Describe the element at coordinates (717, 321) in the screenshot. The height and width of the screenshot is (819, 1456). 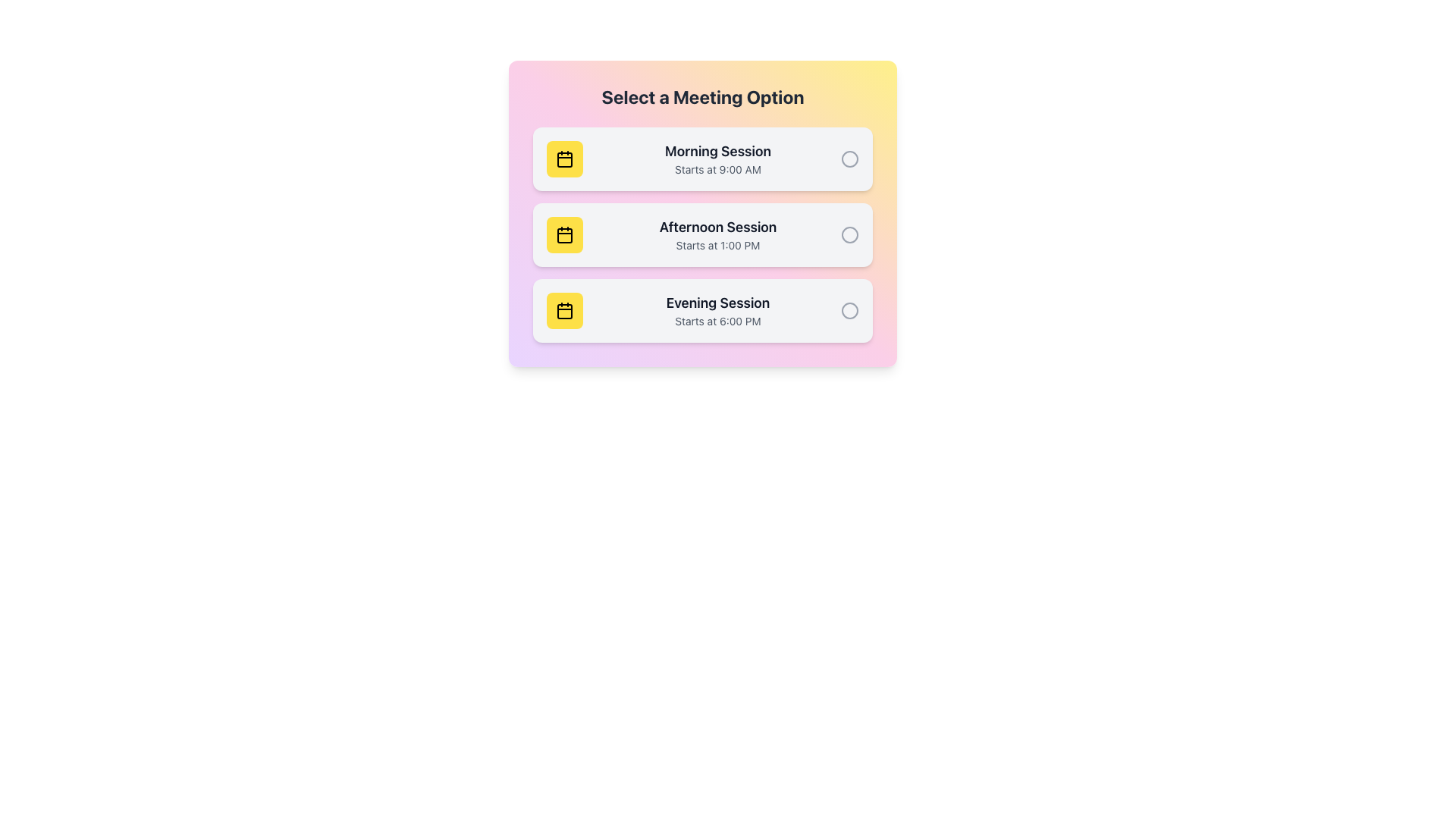
I see `the informational text that displays the start time of the 'Evening Session', positioned below the title 'Evening Session' in the vertical list of meeting options` at that location.